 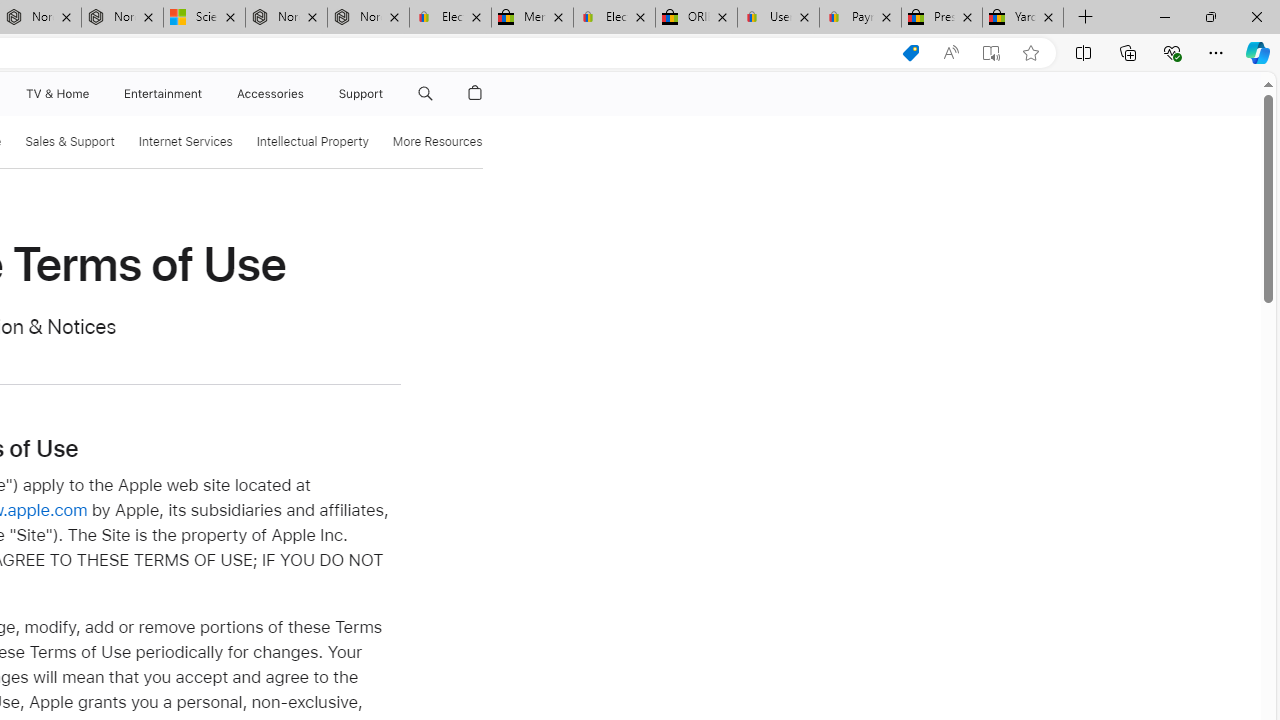 What do you see at coordinates (474, 93) in the screenshot?
I see `'Shopping Bag'` at bounding box center [474, 93].